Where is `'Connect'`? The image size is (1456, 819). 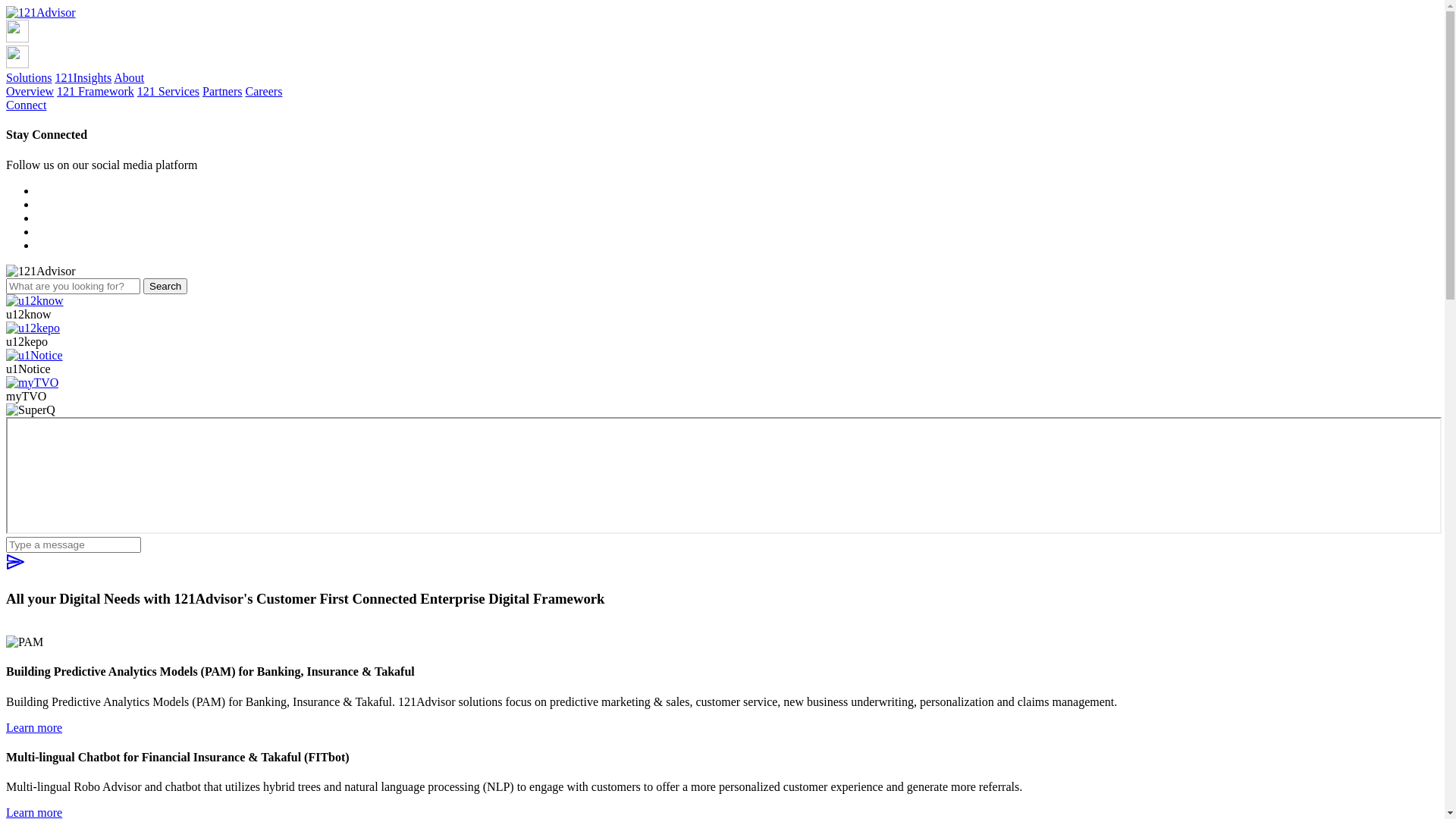 'Connect' is located at coordinates (26, 104).